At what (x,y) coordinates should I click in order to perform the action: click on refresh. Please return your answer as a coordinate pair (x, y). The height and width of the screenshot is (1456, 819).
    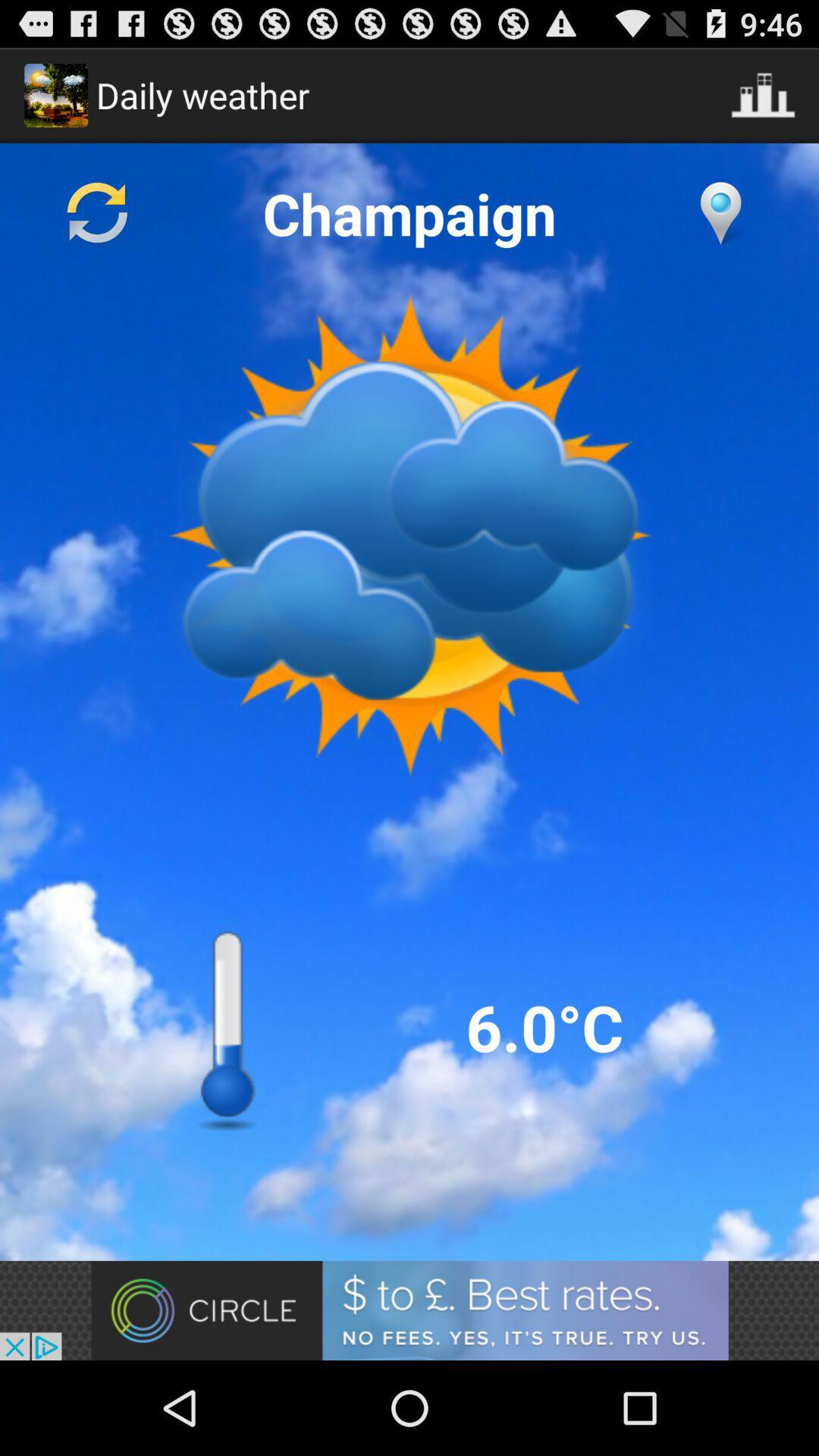
    Looking at the image, I should click on (98, 212).